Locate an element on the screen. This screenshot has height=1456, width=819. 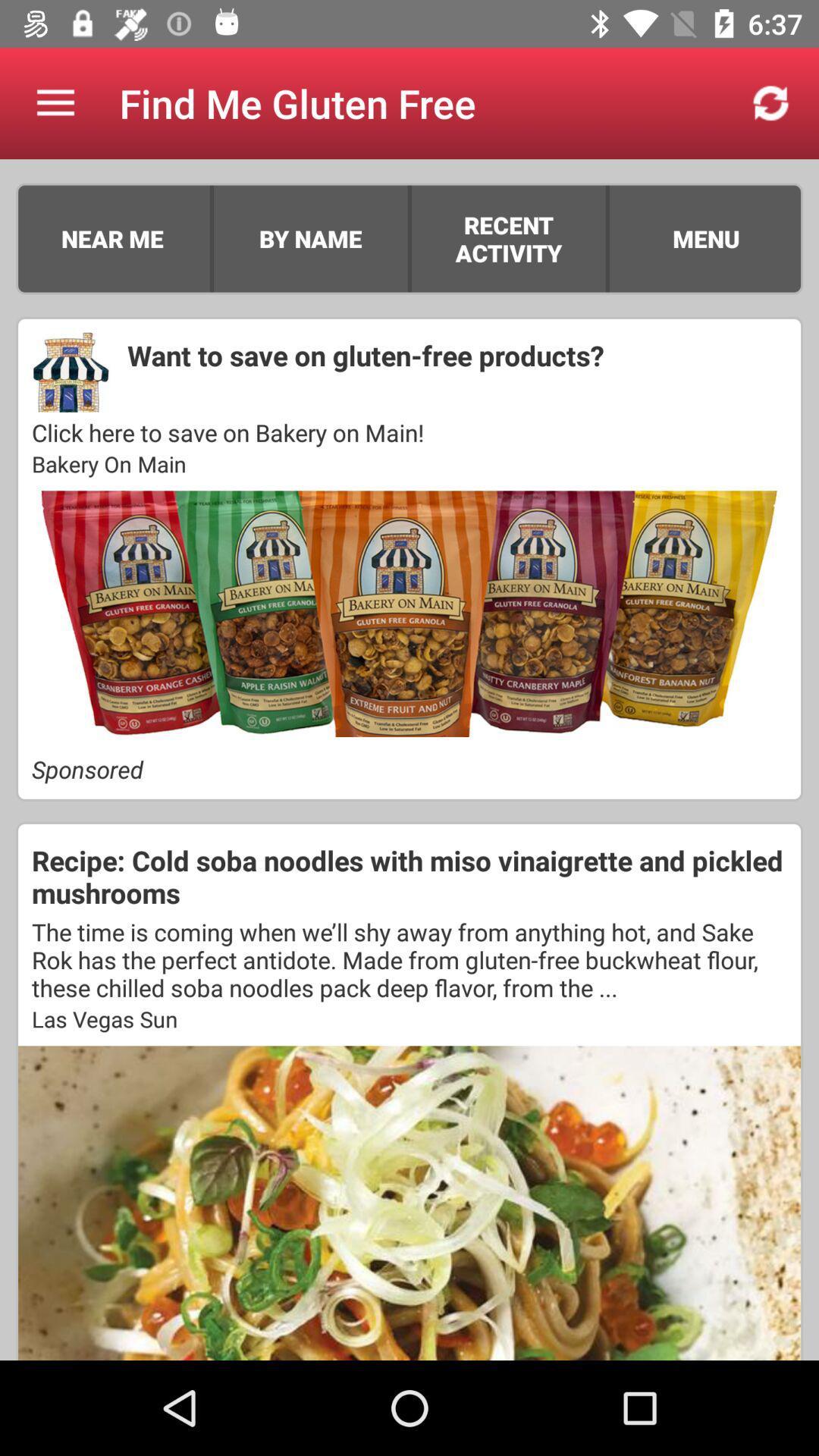
icon below sponsored is located at coordinates (409, 877).